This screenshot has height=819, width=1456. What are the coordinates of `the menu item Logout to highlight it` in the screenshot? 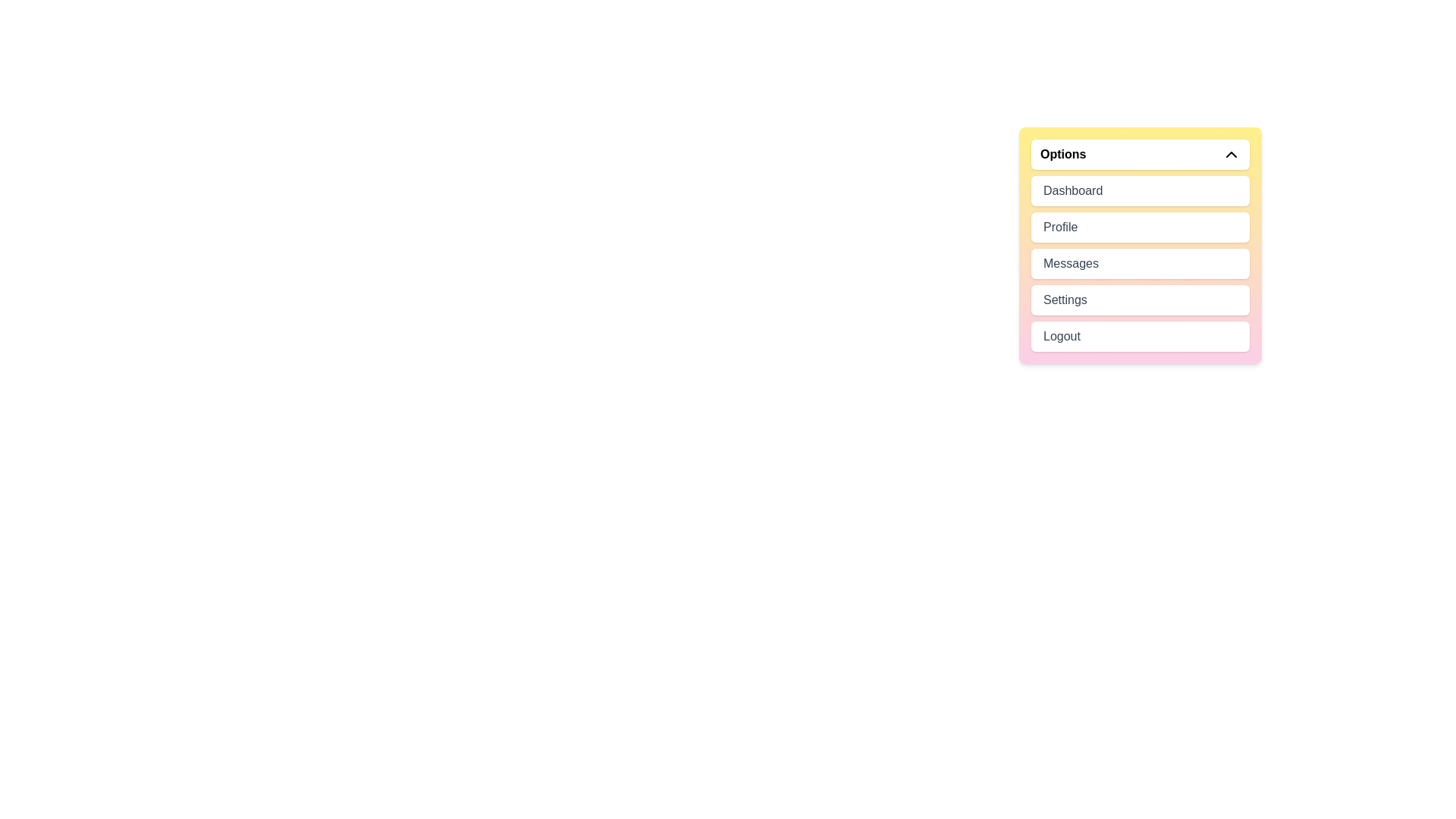 It's located at (1140, 335).